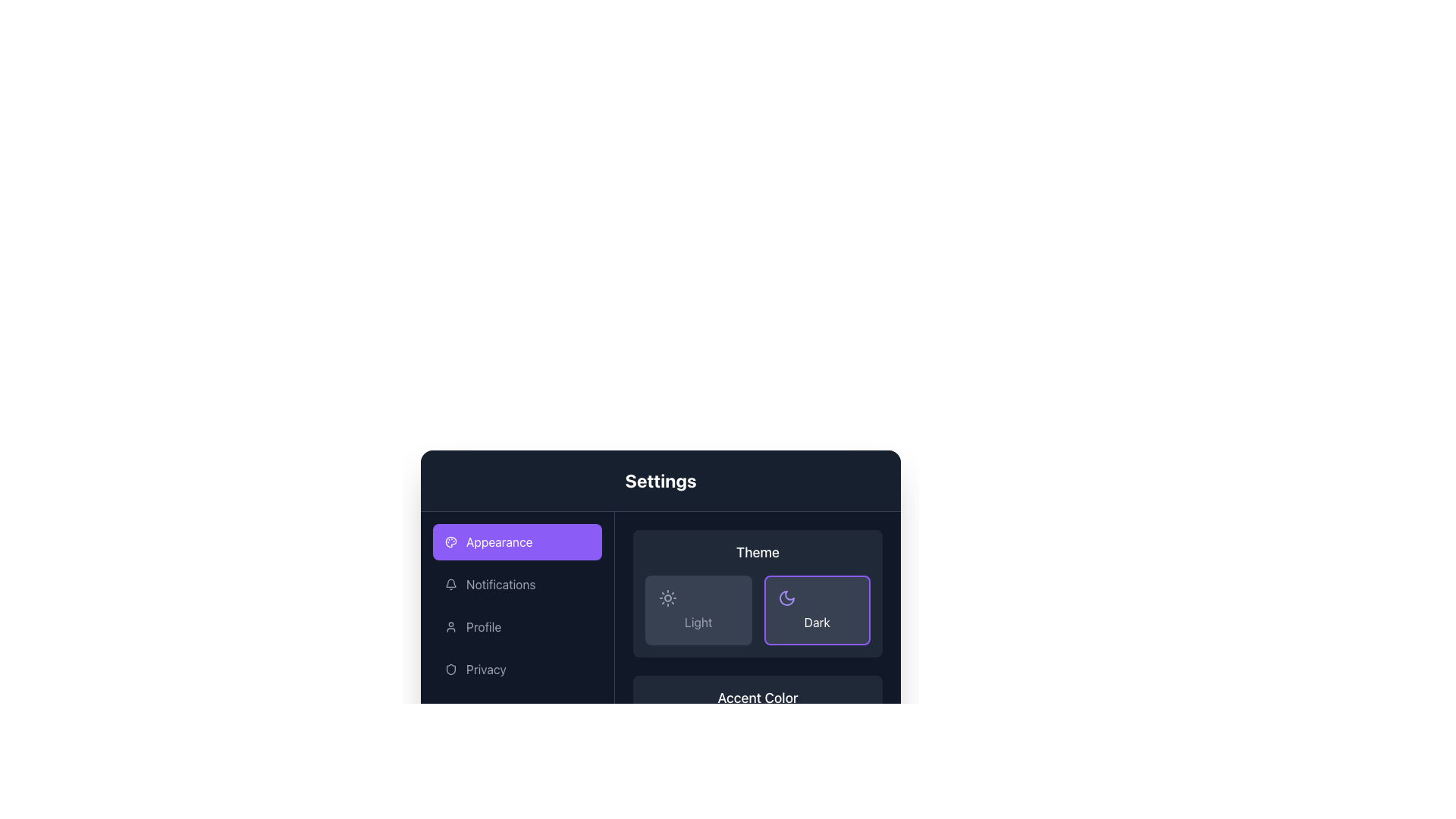  Describe the element at coordinates (698, 610) in the screenshot. I see `the 'Light' theme toggle button located in the 'Theme' selection box on the right-hand side of the 'Settings' interface` at that location.